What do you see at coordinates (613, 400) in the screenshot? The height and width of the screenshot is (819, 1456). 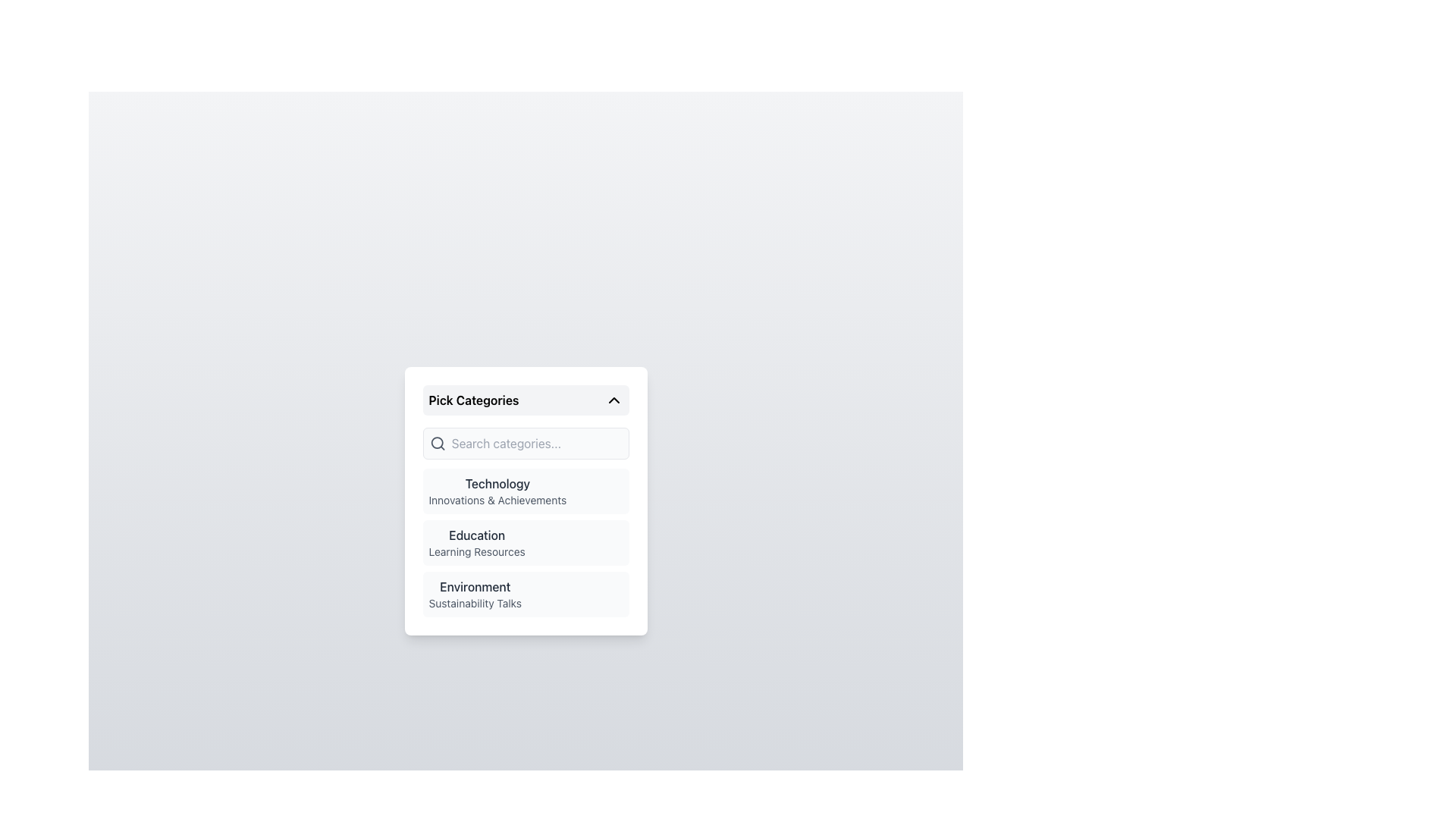 I see `the chevron icon located at the right end of the 'Pick Categories' bar to potentially reveal hints` at bounding box center [613, 400].